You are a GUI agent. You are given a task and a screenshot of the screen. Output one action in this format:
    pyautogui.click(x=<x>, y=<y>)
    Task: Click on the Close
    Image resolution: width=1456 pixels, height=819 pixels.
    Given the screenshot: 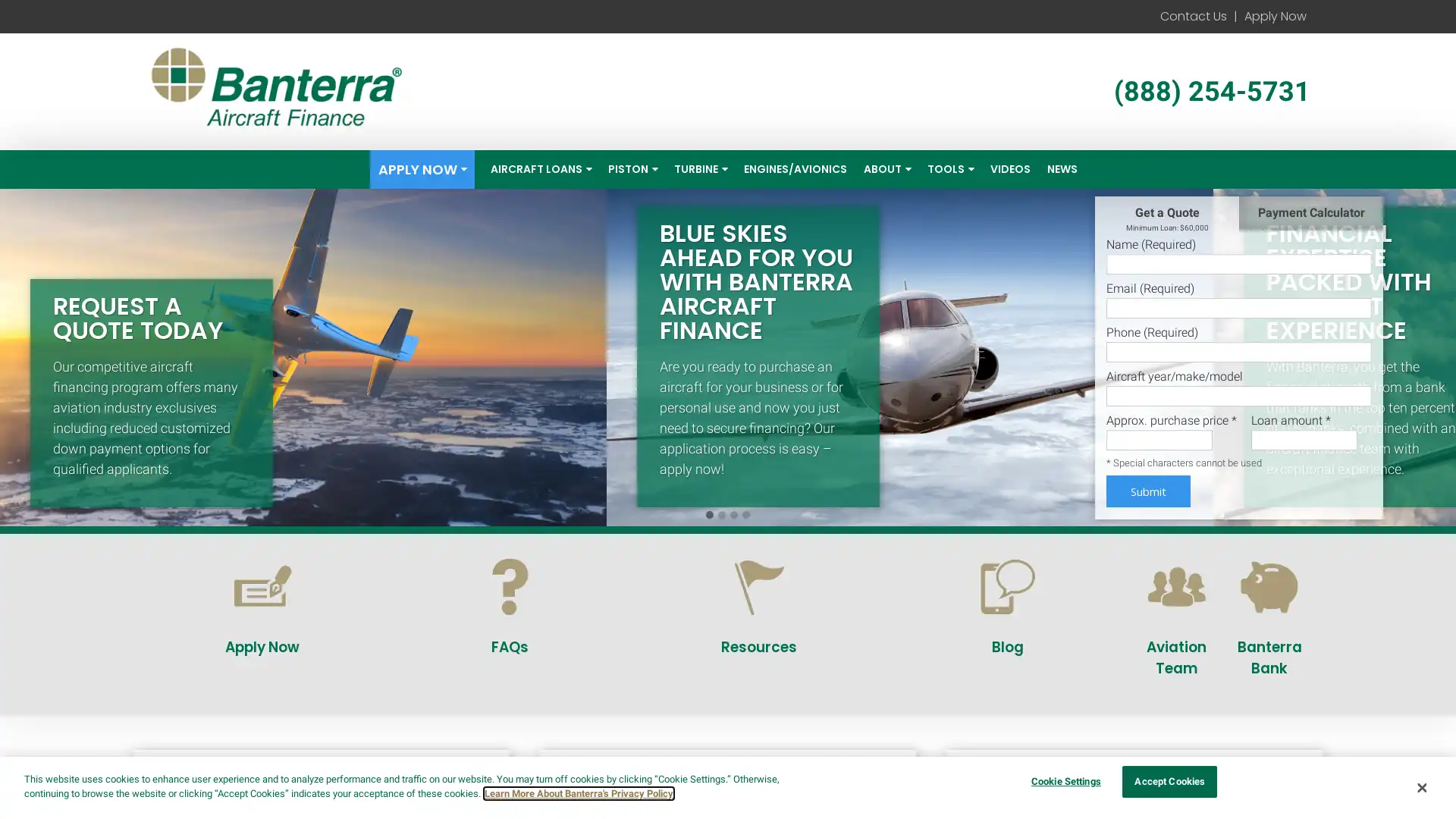 What is the action you would take?
    pyautogui.click(x=1420, y=786)
    